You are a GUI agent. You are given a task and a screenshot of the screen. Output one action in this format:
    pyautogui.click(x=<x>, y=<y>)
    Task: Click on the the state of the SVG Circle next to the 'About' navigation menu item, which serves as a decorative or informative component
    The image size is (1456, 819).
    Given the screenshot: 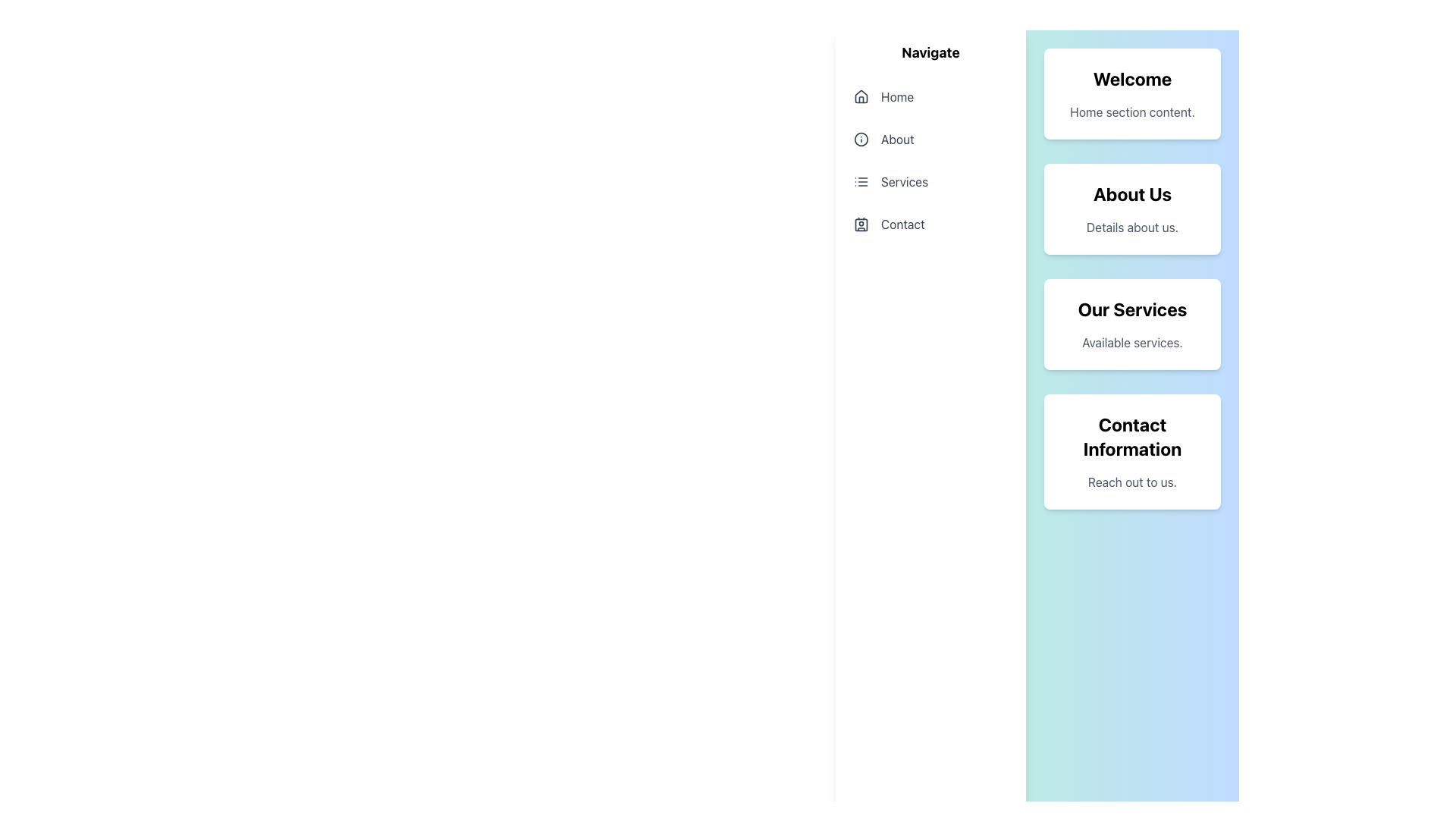 What is the action you would take?
    pyautogui.click(x=861, y=140)
    